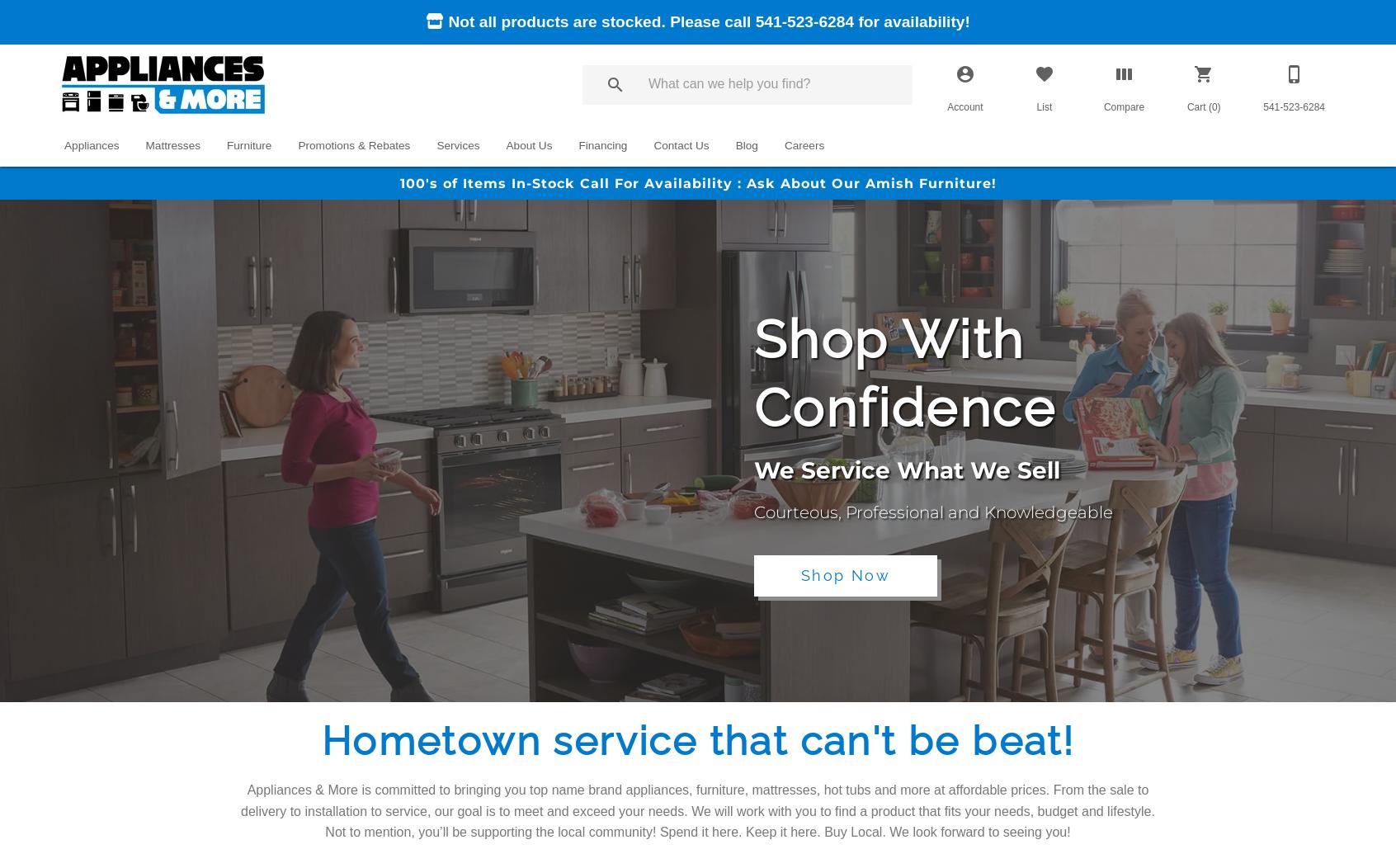 This screenshot has width=1396, height=868. I want to click on 'Blog', so click(745, 144).